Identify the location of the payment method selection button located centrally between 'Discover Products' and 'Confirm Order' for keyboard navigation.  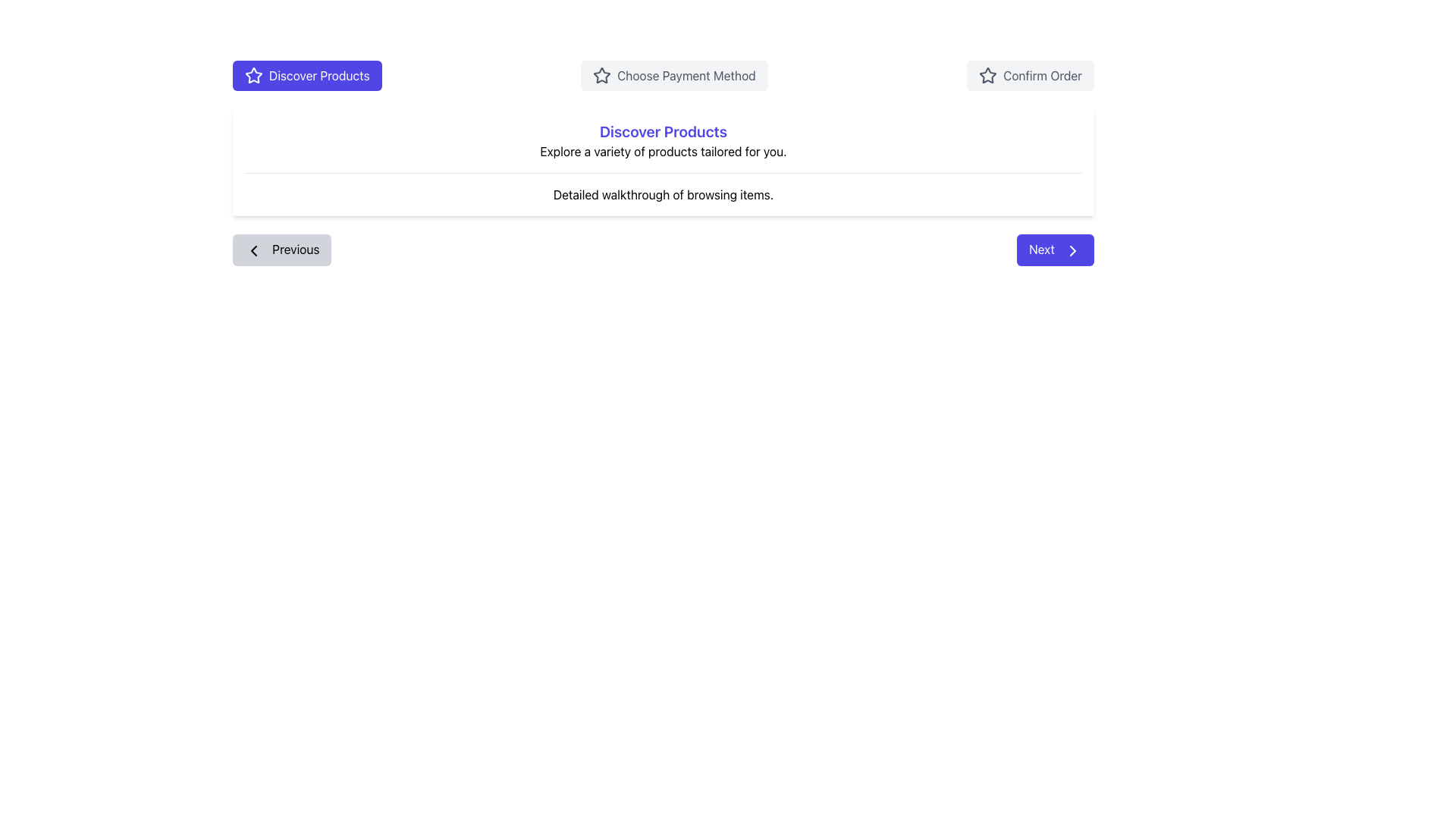
(673, 76).